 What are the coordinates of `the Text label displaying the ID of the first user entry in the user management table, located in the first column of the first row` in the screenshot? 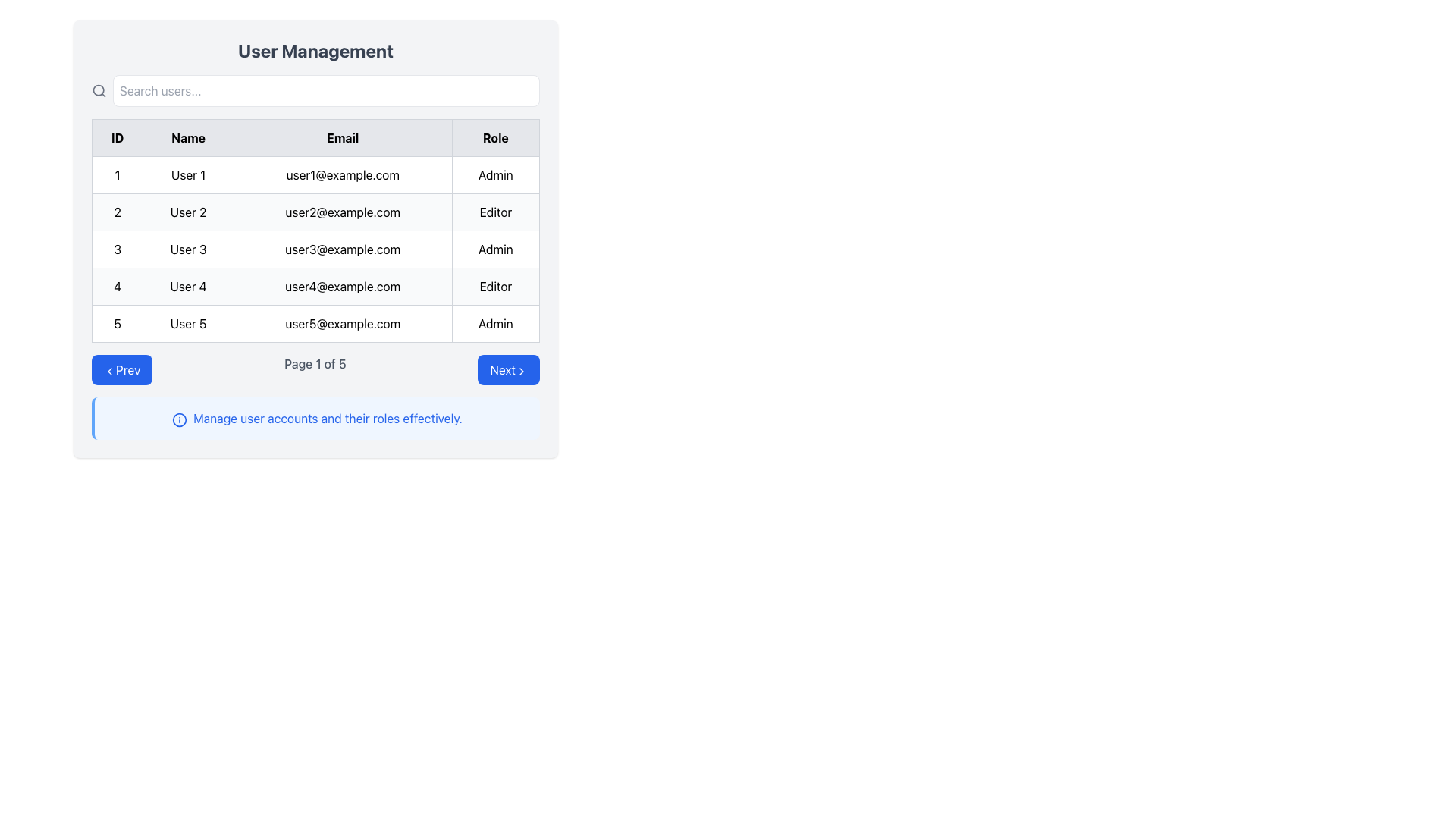 It's located at (117, 174).